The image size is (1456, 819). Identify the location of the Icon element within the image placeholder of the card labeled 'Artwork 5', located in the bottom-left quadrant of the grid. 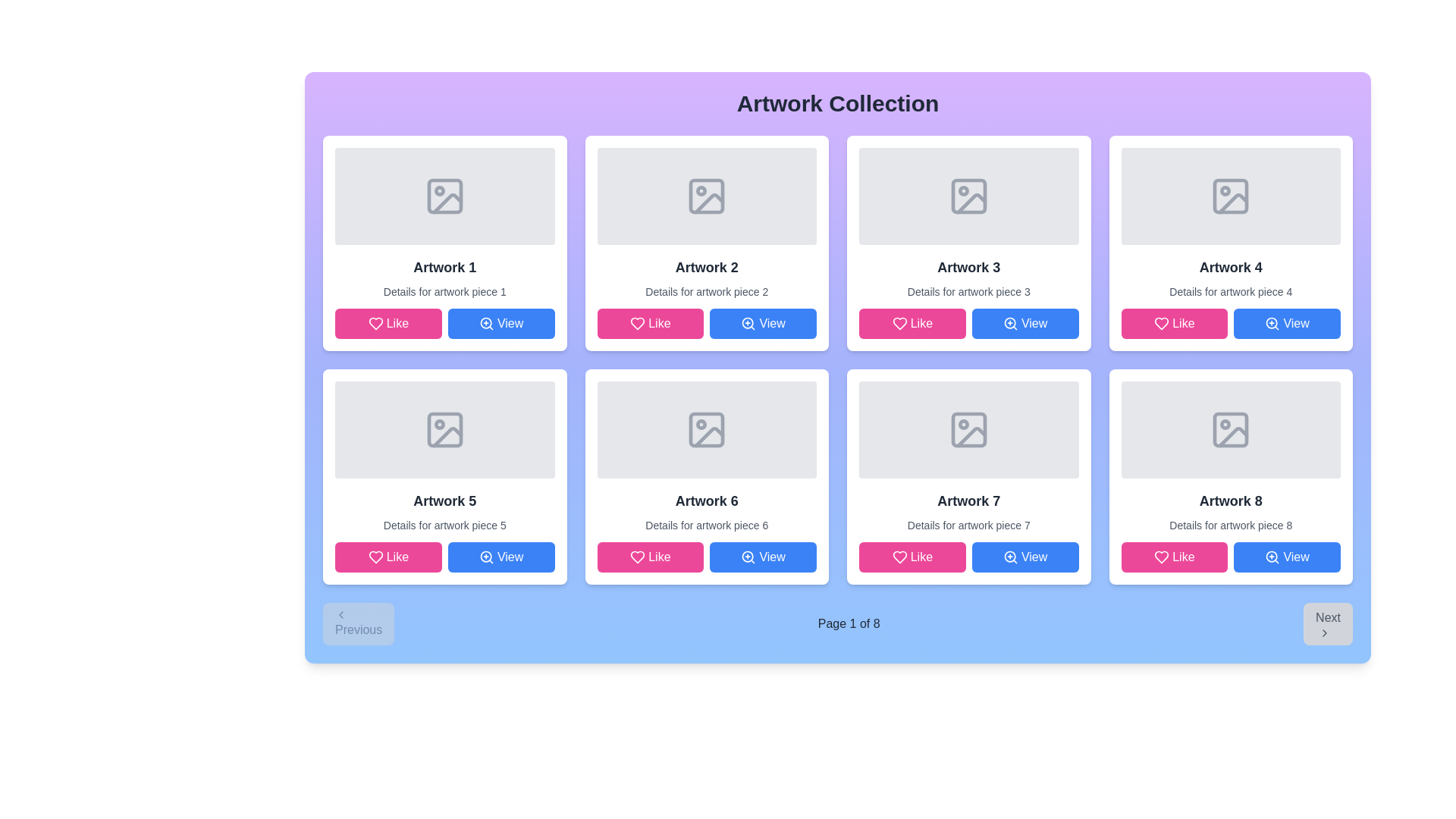
(444, 430).